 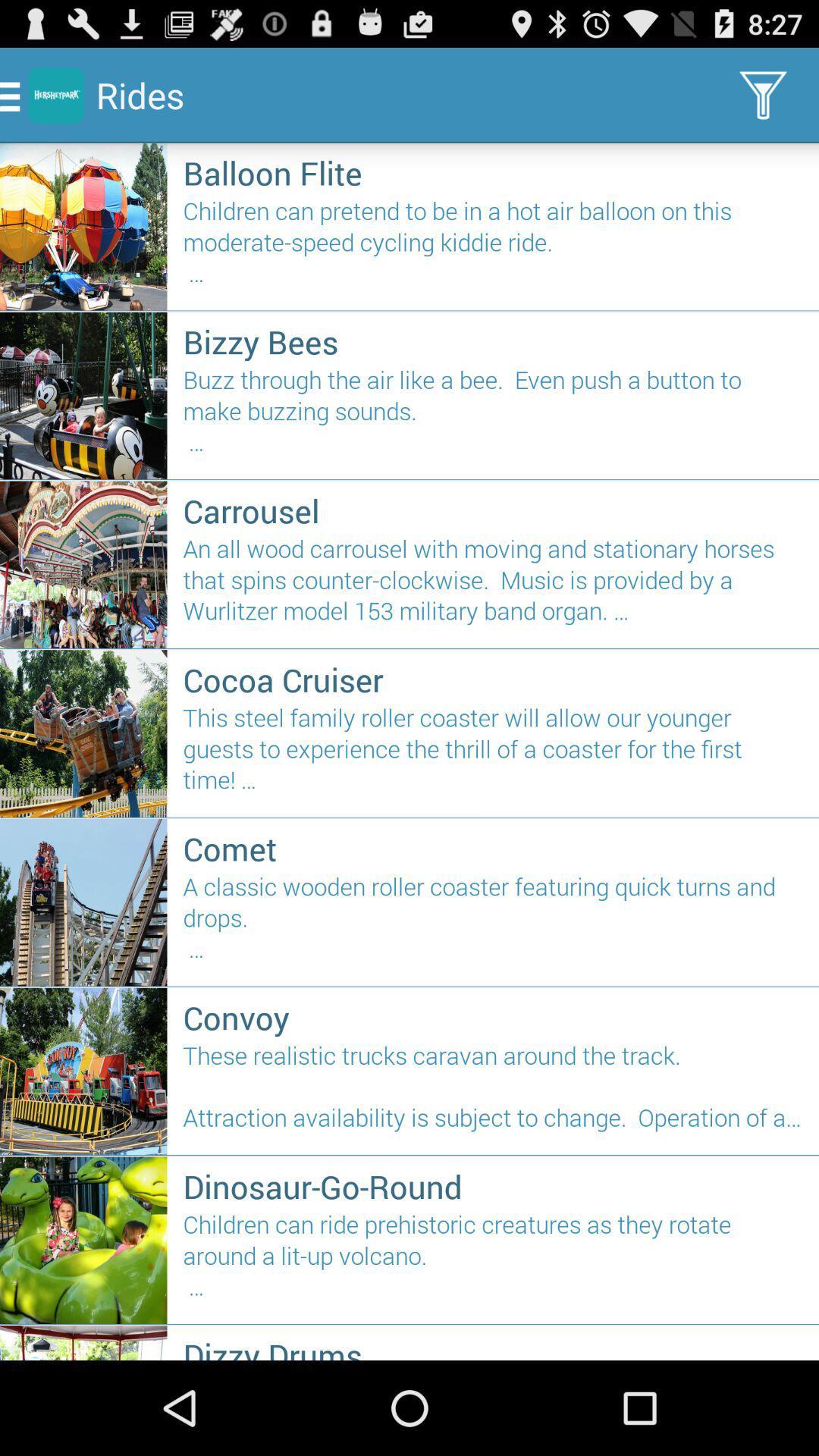 What do you see at coordinates (493, 679) in the screenshot?
I see `cocoa cruiser item` at bounding box center [493, 679].